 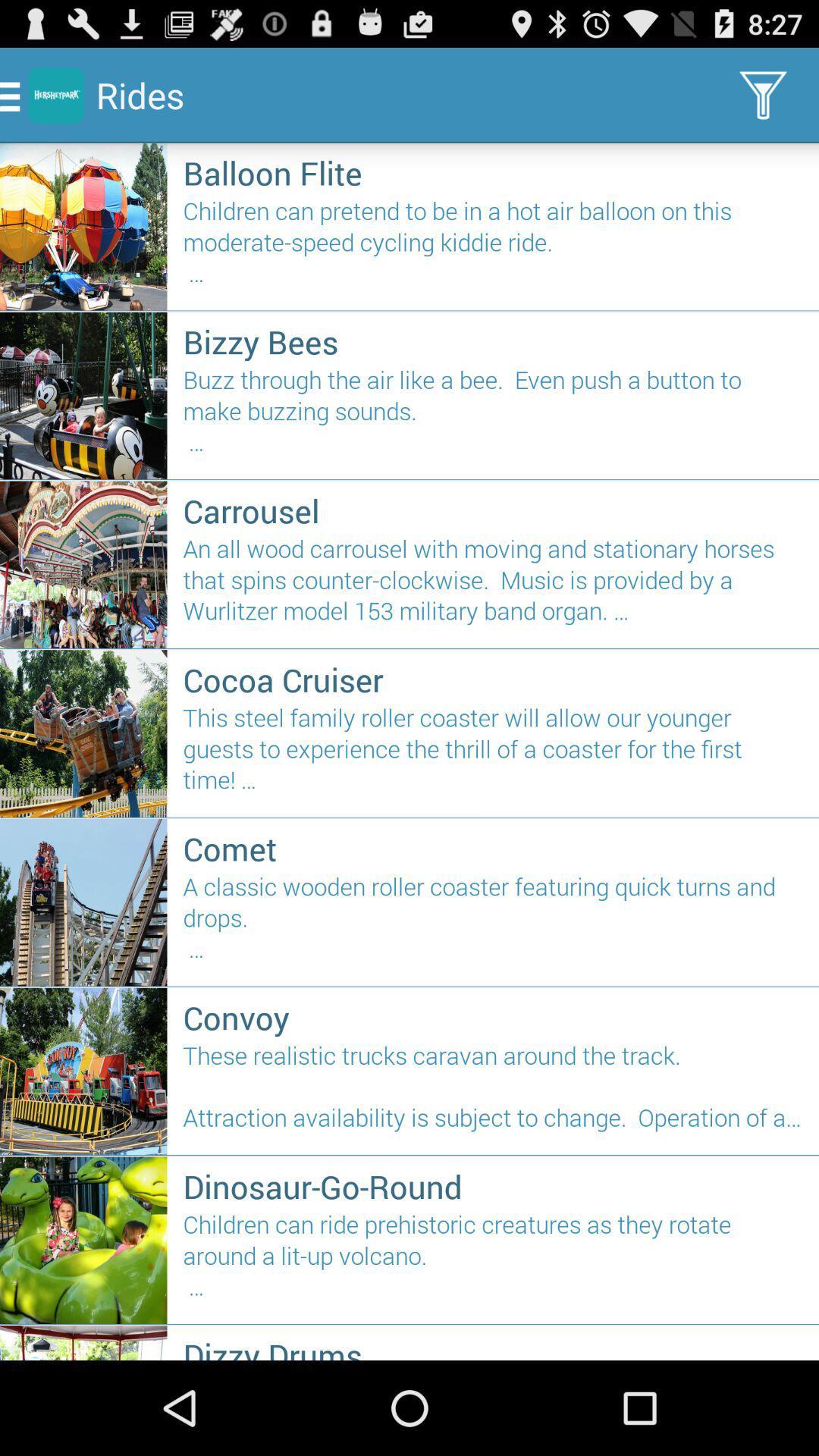 What do you see at coordinates (493, 679) in the screenshot?
I see `cocoa cruiser item` at bounding box center [493, 679].